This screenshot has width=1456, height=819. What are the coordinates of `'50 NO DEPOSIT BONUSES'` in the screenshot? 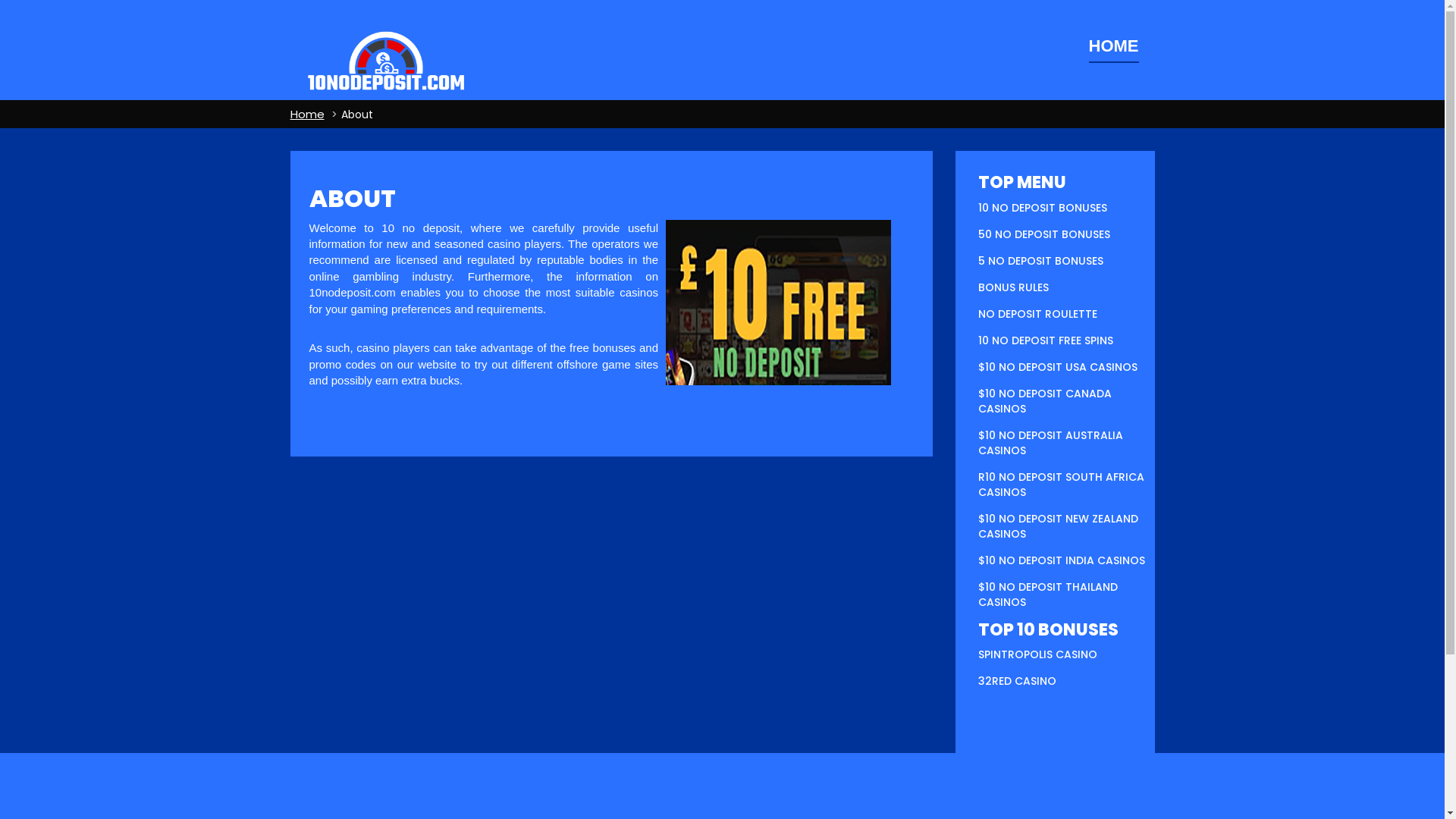 It's located at (1043, 234).